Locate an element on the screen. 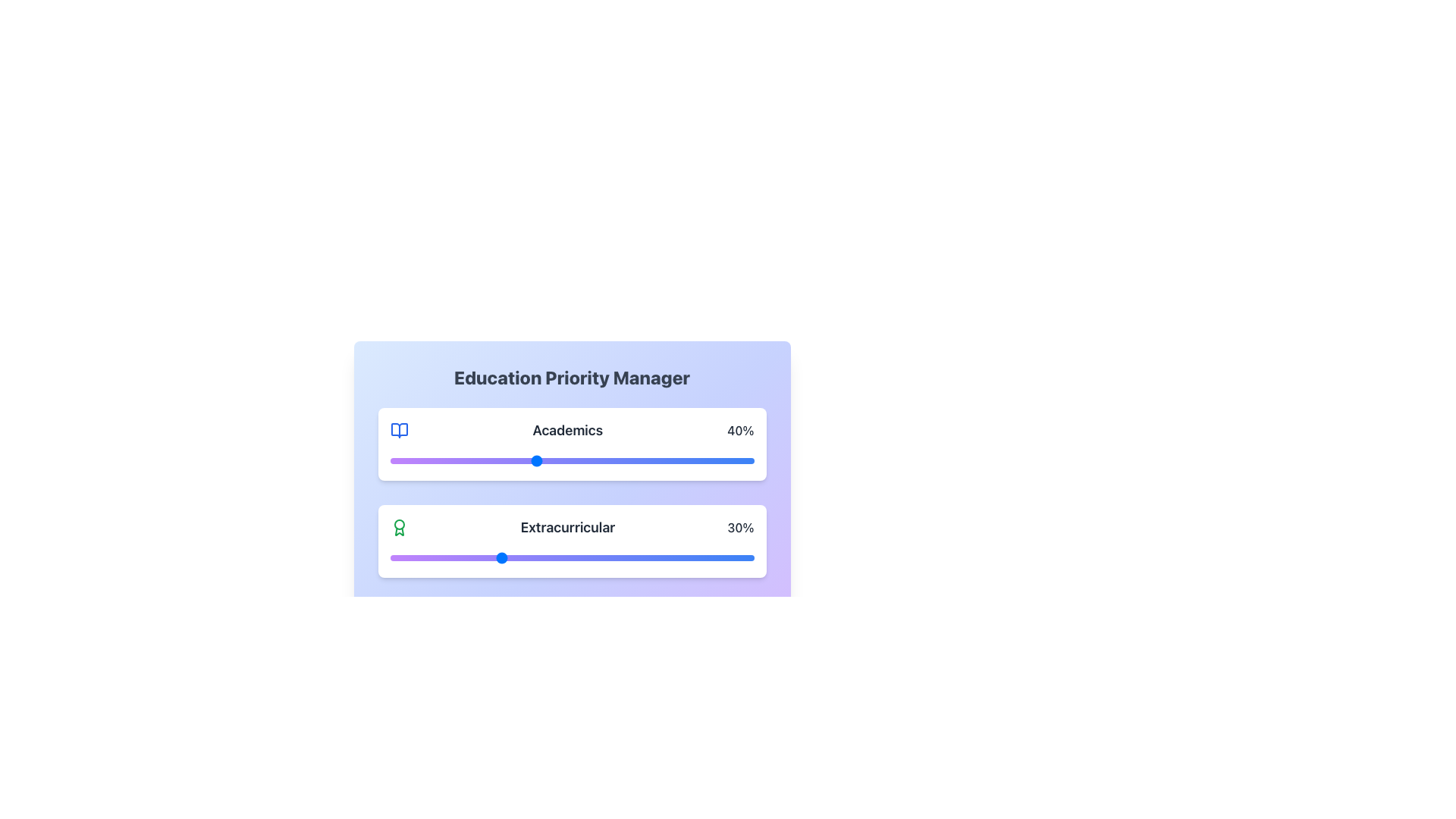  'Extracurricular' value is located at coordinates (695, 558).